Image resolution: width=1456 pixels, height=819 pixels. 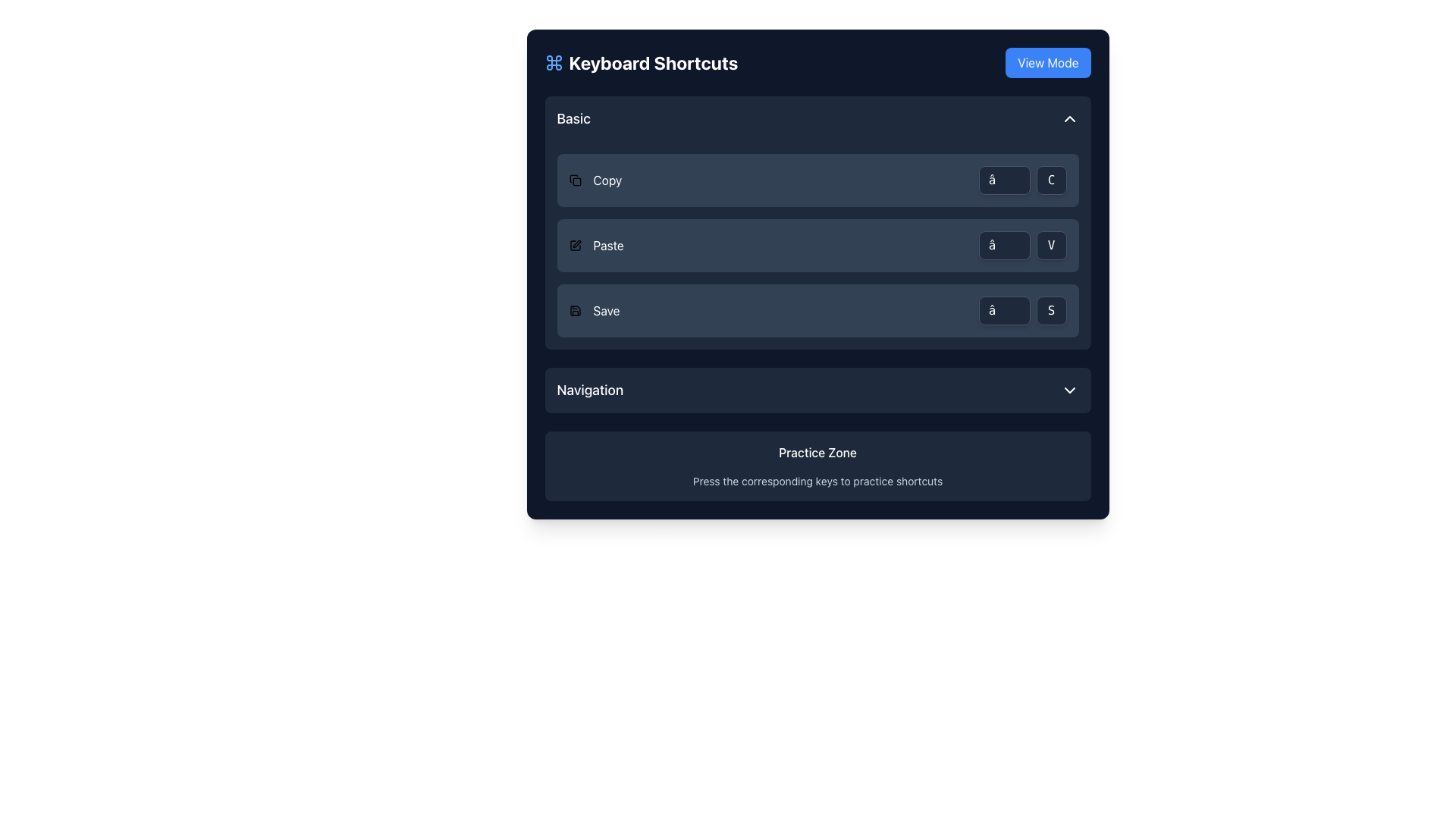 What do you see at coordinates (574, 245) in the screenshot?
I see `the small pen icon located to the left of the 'Paste' label, which is part of a list of keyboard shortcuts` at bounding box center [574, 245].